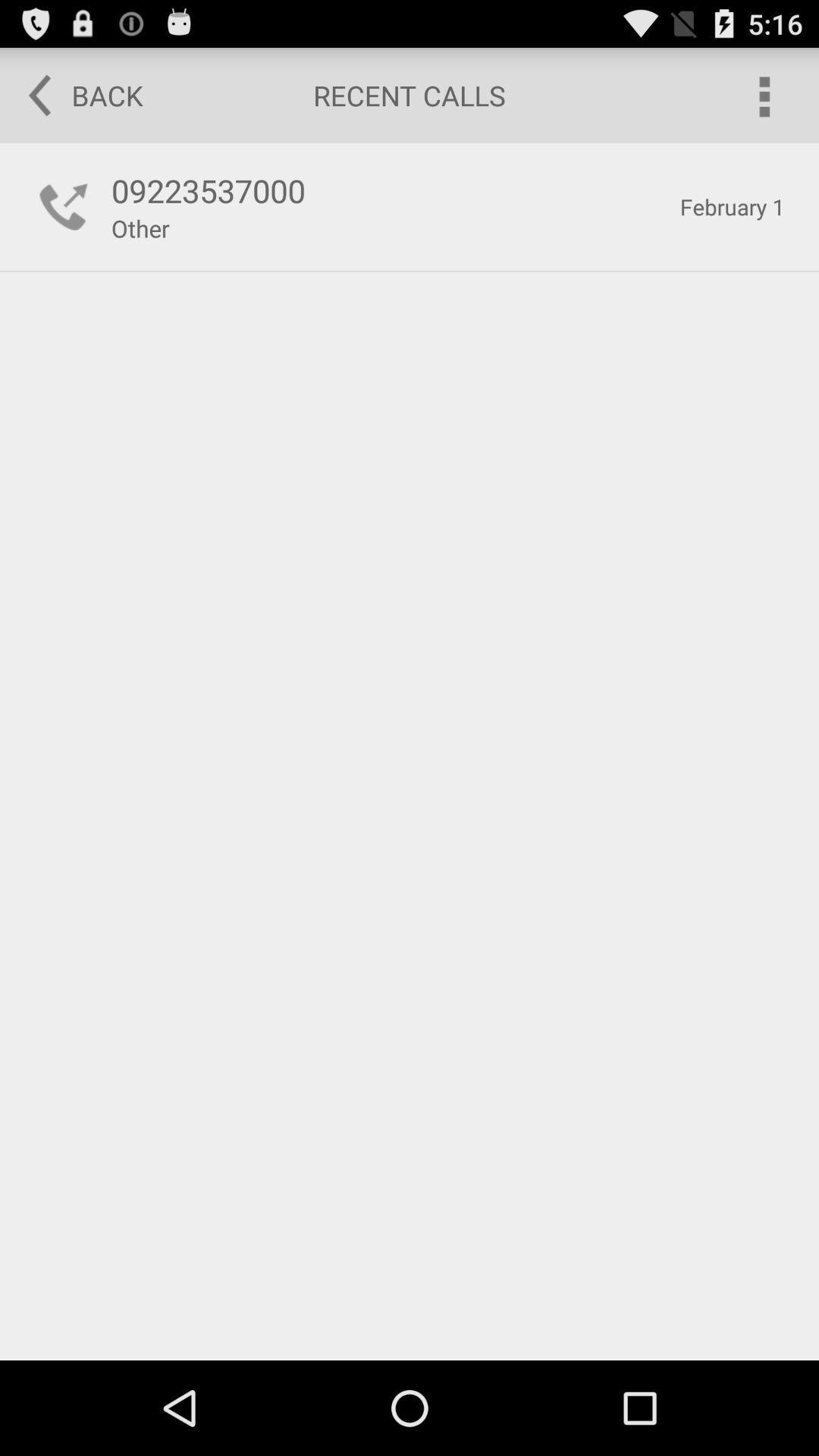 The image size is (819, 1456). What do you see at coordinates (763, 94) in the screenshot?
I see `icon next to recent calls app` at bounding box center [763, 94].